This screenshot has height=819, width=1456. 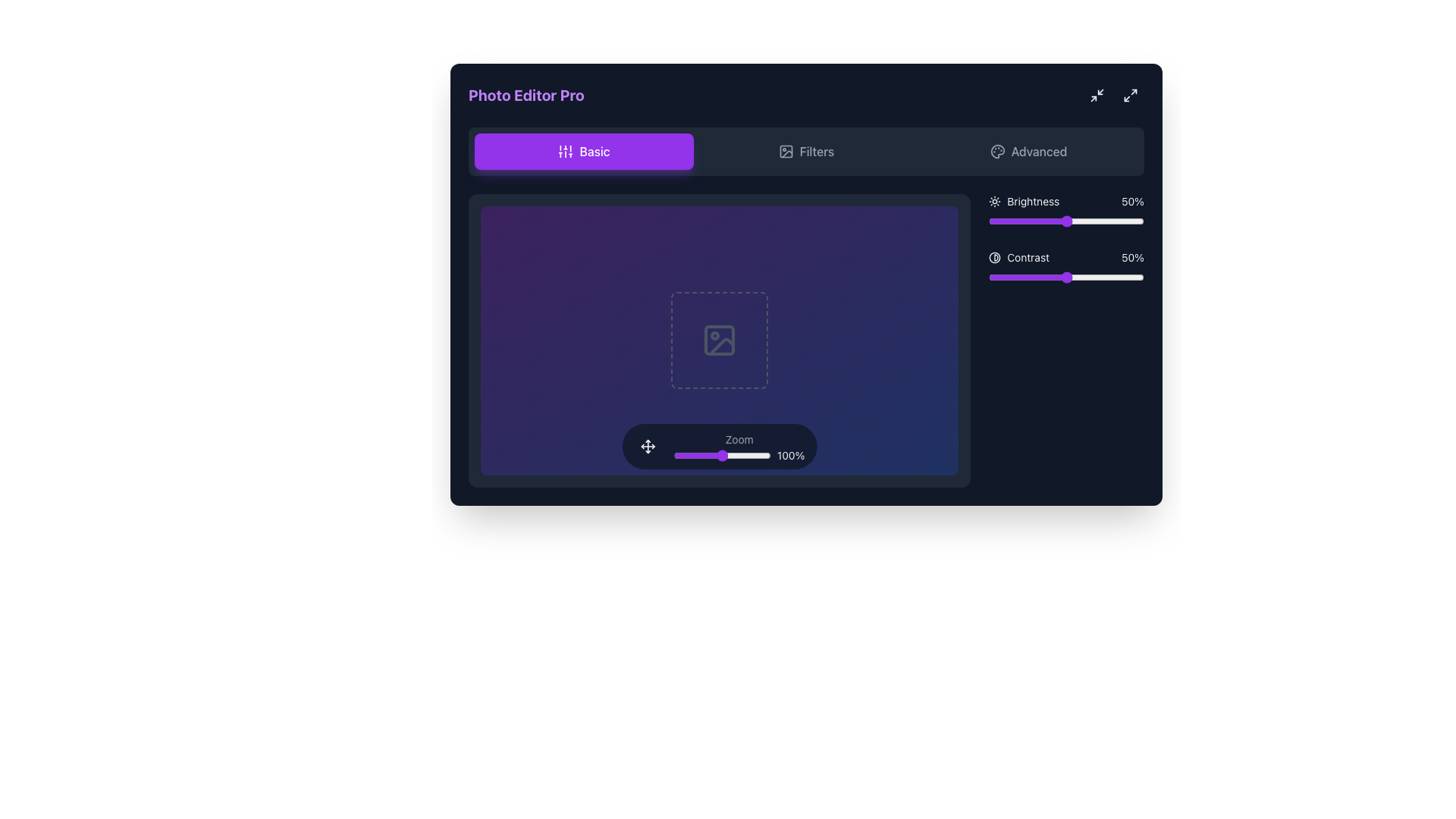 What do you see at coordinates (1132, 256) in the screenshot?
I see `value displayed in the text label showing '50%' located at the right end of the 'Contrast' slider in the sidebar of the UI` at bounding box center [1132, 256].